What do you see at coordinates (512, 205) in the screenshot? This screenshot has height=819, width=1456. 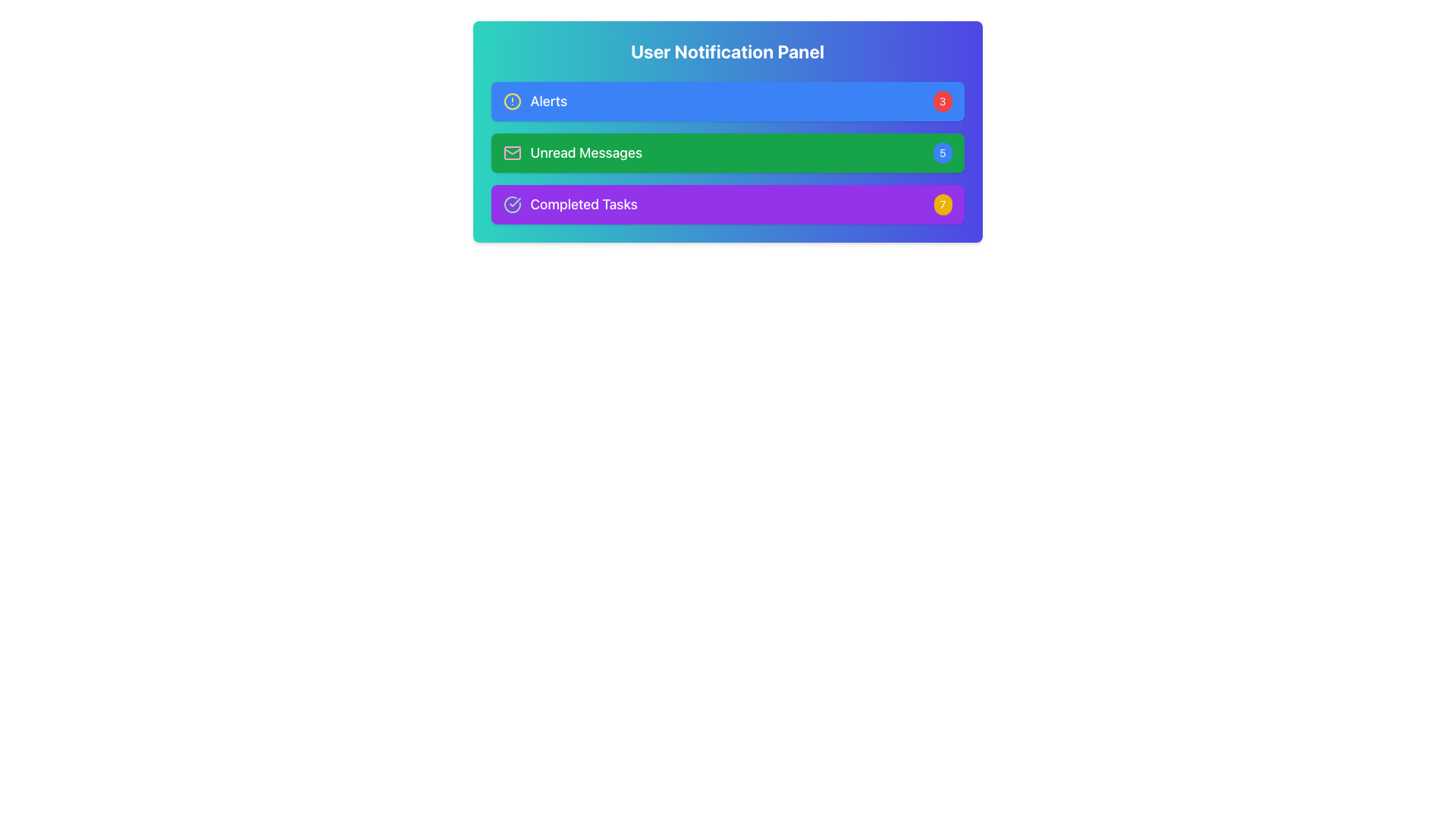 I see `the completion icon located to the left of the 'Completed Tasks' text in the 'Completed Tasks' section of the User Notification Panel` at bounding box center [512, 205].